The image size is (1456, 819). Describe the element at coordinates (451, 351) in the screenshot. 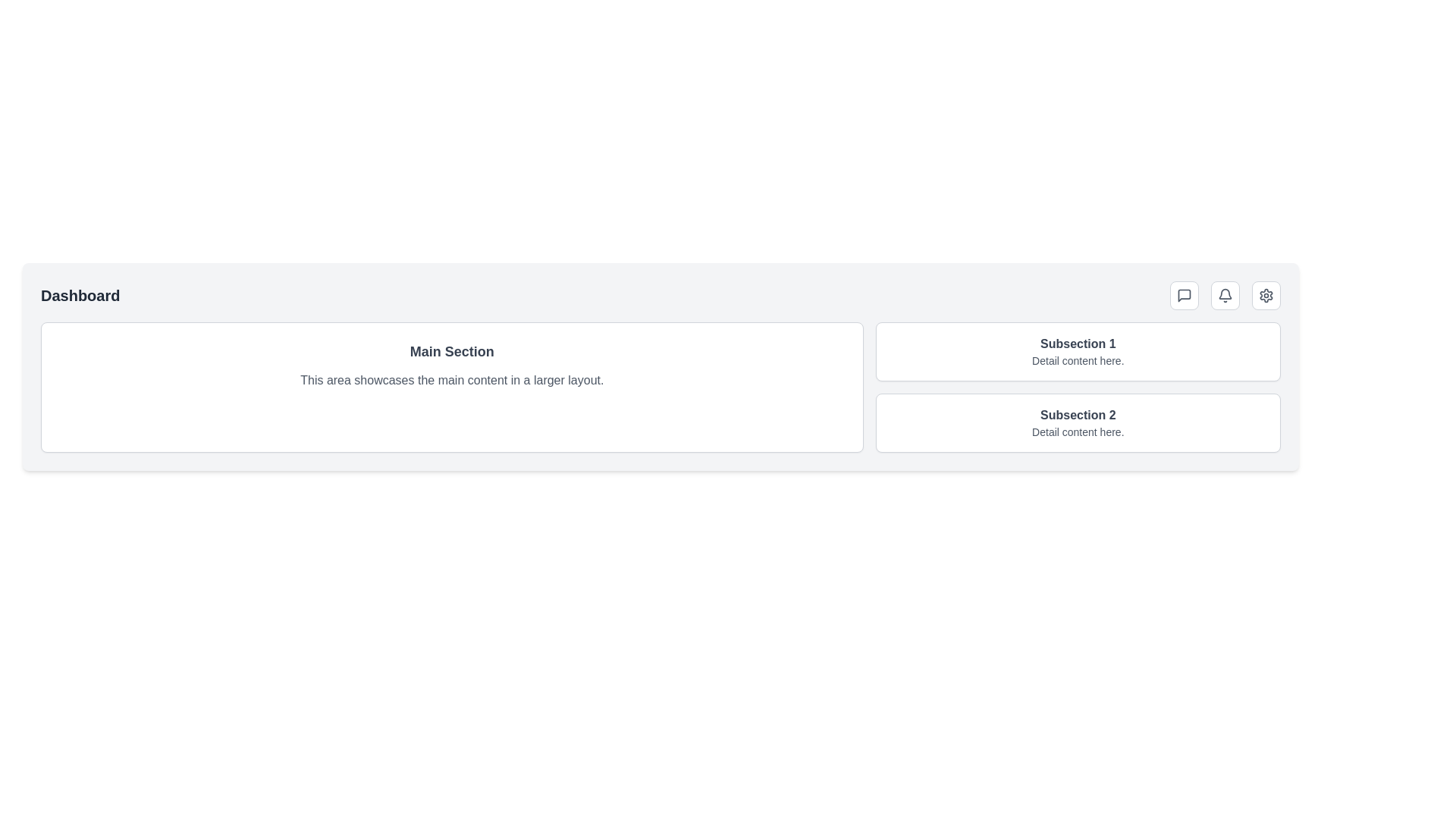

I see `text from the header of the section title located at the top-left area of the white rounded rectangle box with a subtle shadow effect` at that location.